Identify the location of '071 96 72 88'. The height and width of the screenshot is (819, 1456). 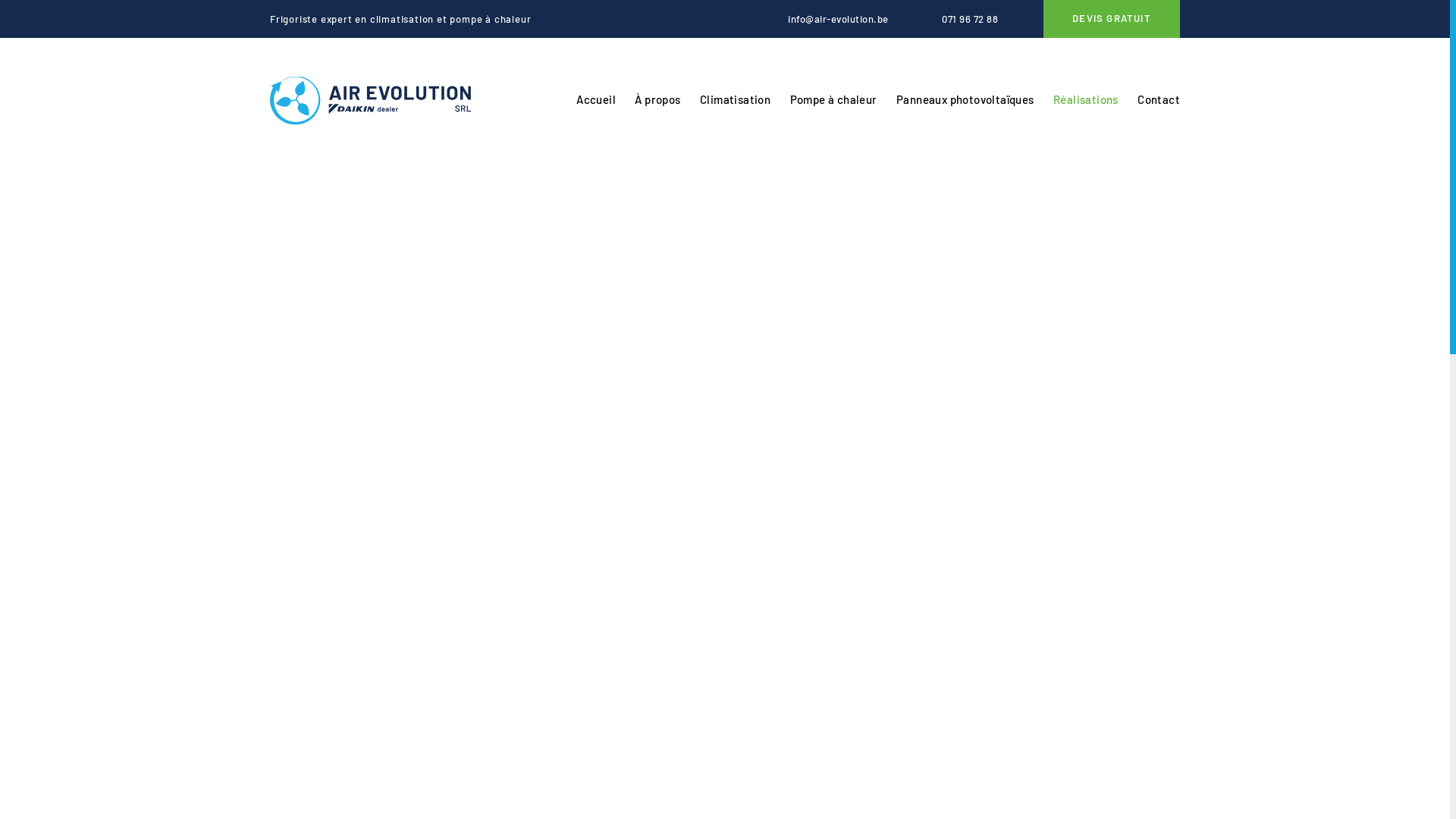
(957, 18).